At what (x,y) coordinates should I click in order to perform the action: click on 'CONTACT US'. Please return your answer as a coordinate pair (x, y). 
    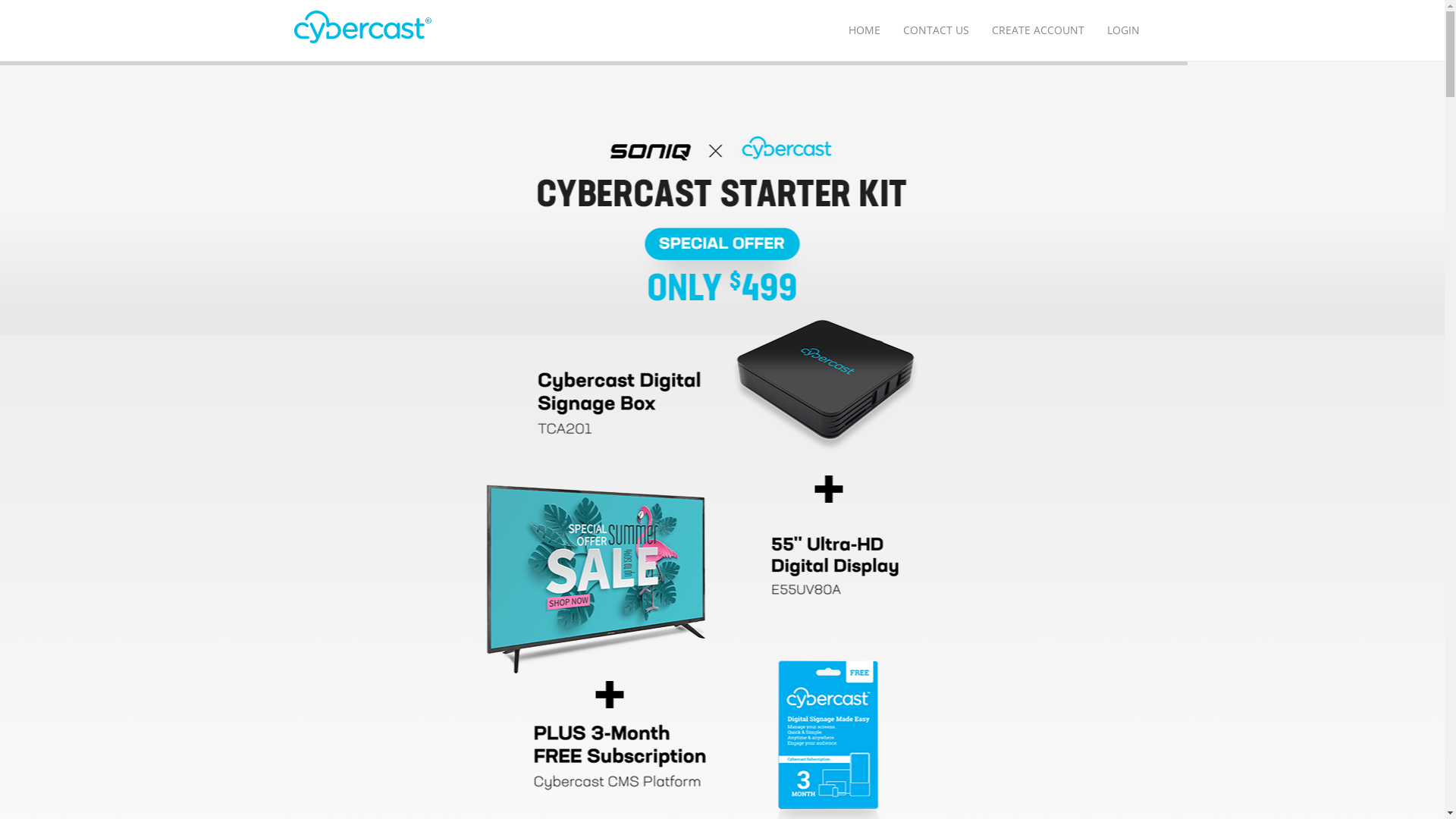
    Looking at the image, I should click on (935, 30).